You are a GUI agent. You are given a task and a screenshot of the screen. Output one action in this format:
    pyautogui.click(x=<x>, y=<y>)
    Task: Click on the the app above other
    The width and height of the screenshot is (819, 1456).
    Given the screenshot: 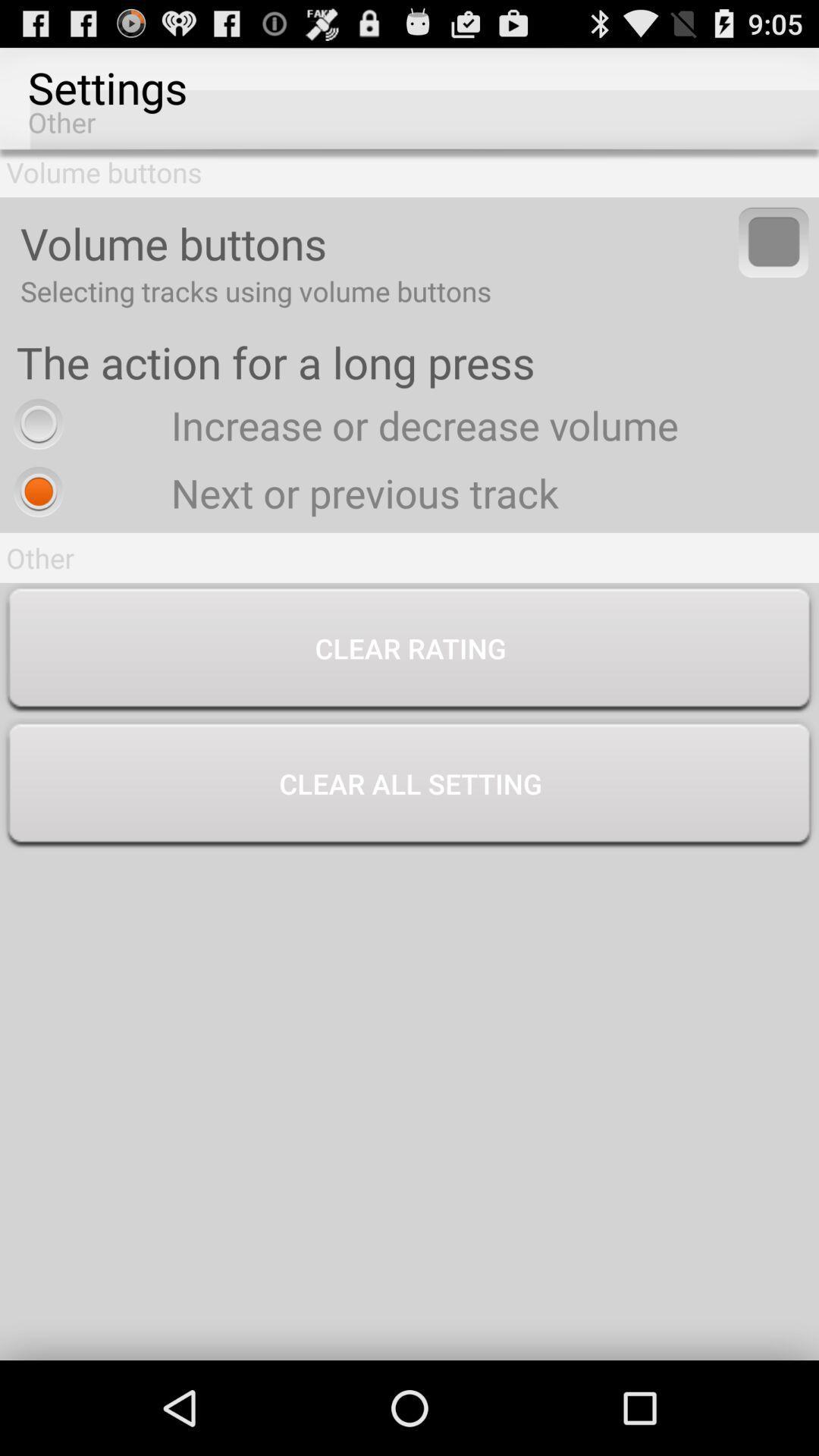 What is the action you would take?
    pyautogui.click(x=282, y=492)
    